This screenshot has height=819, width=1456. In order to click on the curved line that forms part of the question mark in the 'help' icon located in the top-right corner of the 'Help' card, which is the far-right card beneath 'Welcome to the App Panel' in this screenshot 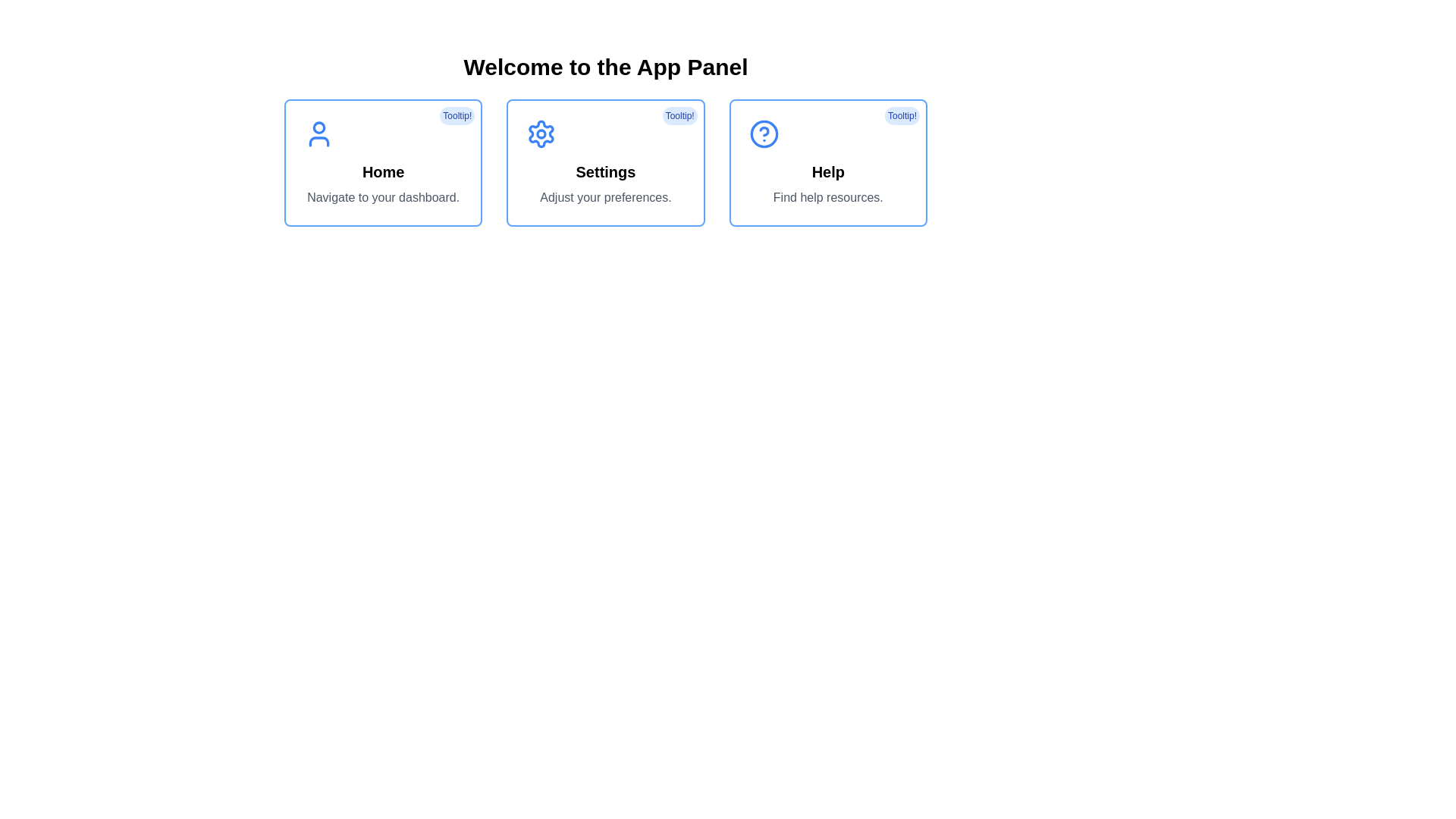, I will do `click(764, 130)`.